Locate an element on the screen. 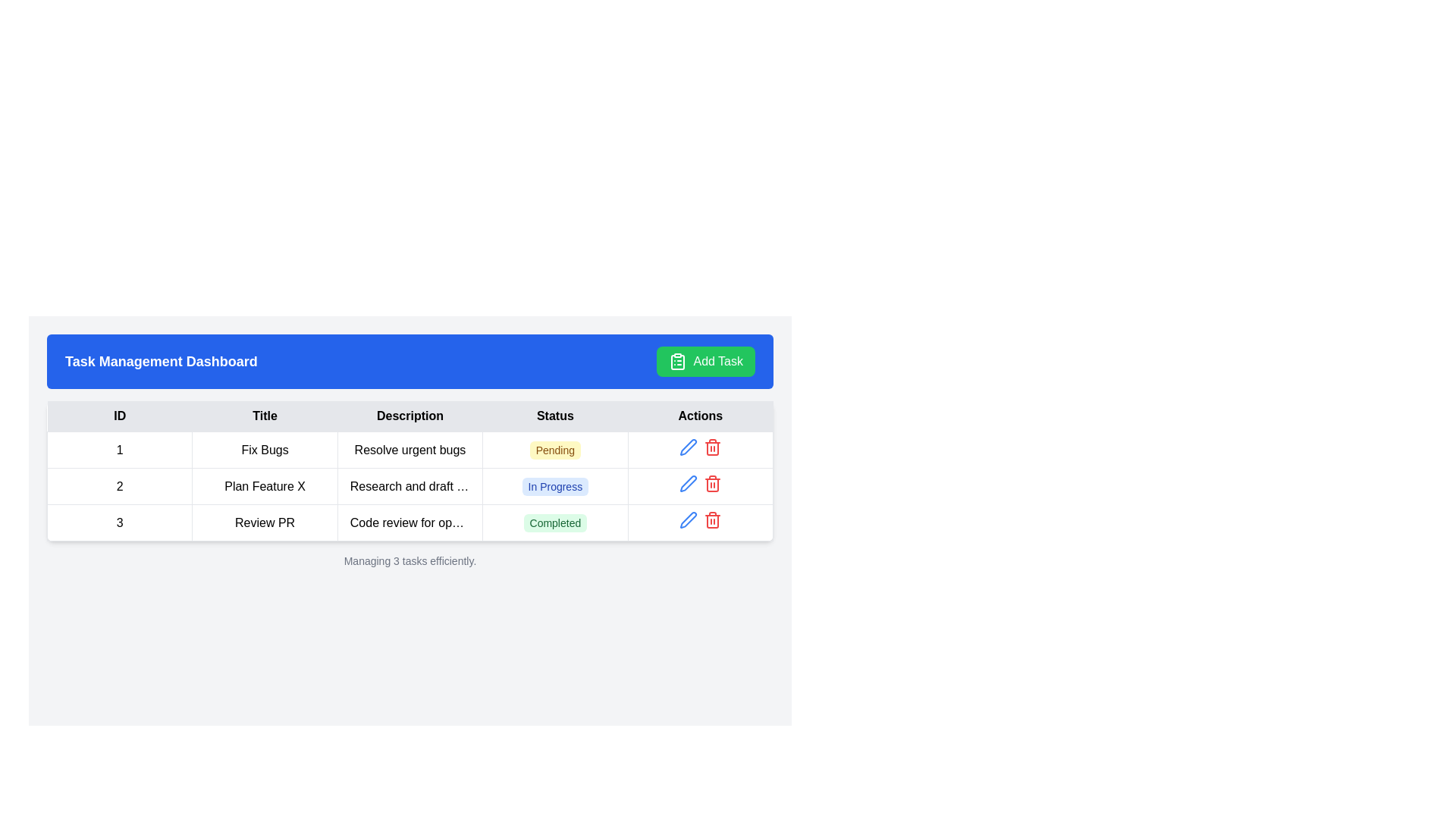 This screenshot has height=819, width=1456. the clipboard icon, which is part of the 'Add Task' button located in the top-right corner of the interface is located at coordinates (677, 362).